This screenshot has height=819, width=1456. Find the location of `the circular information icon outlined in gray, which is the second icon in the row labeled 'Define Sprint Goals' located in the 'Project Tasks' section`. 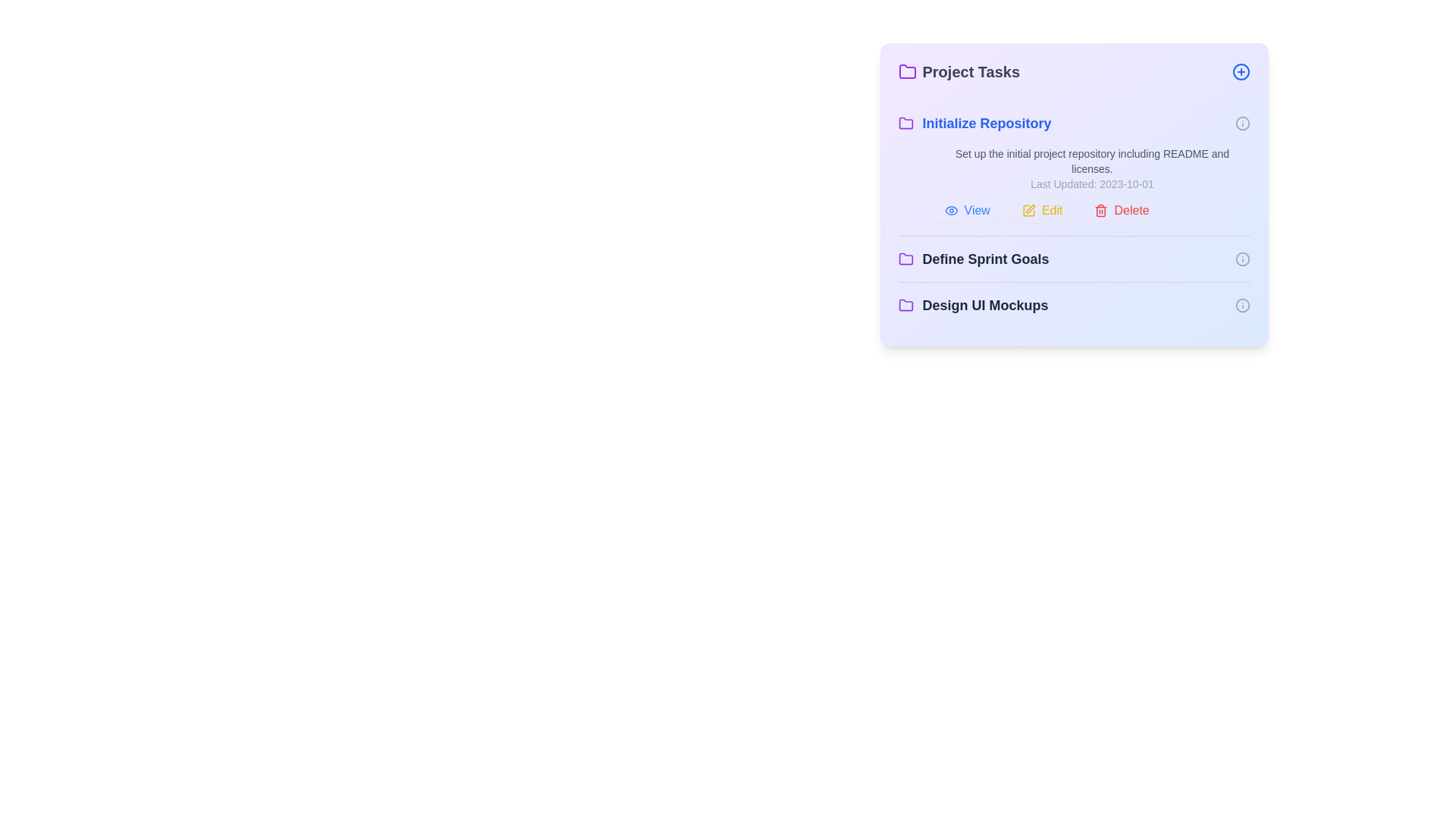

the circular information icon outlined in gray, which is the second icon in the row labeled 'Define Sprint Goals' located in the 'Project Tasks' section is located at coordinates (1242, 259).